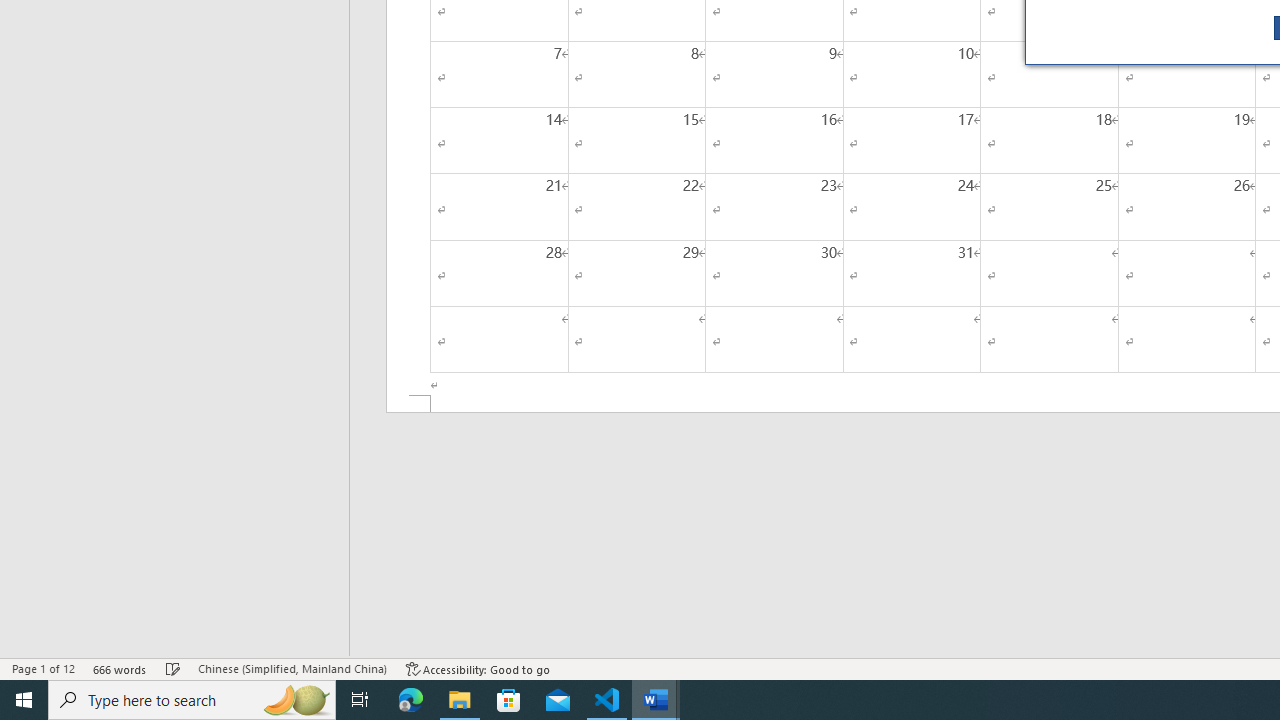 Image resolution: width=1280 pixels, height=720 pixels. Describe the element at coordinates (410, 698) in the screenshot. I see `'Microsoft Edge'` at that location.